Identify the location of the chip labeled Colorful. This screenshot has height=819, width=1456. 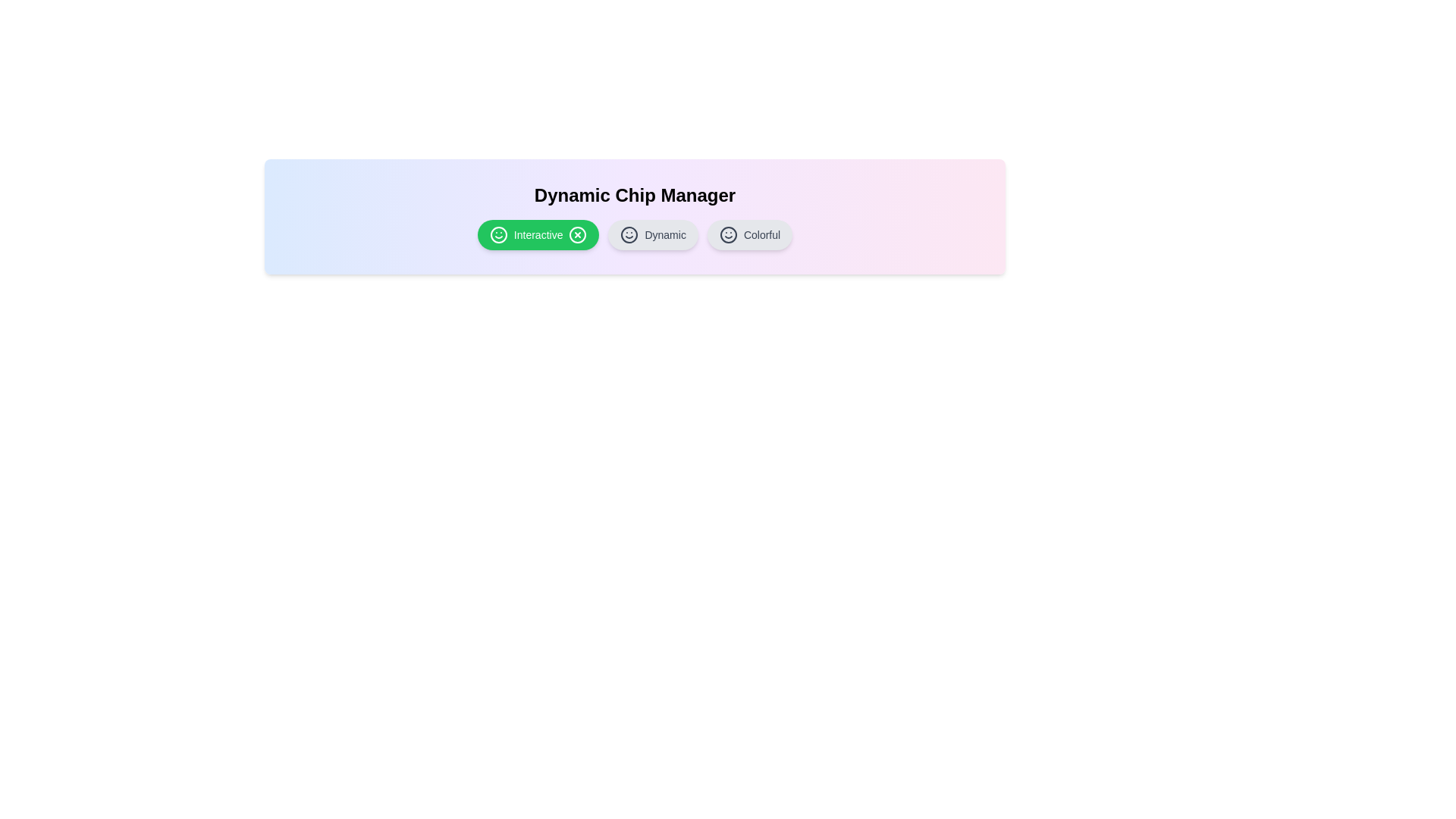
(749, 234).